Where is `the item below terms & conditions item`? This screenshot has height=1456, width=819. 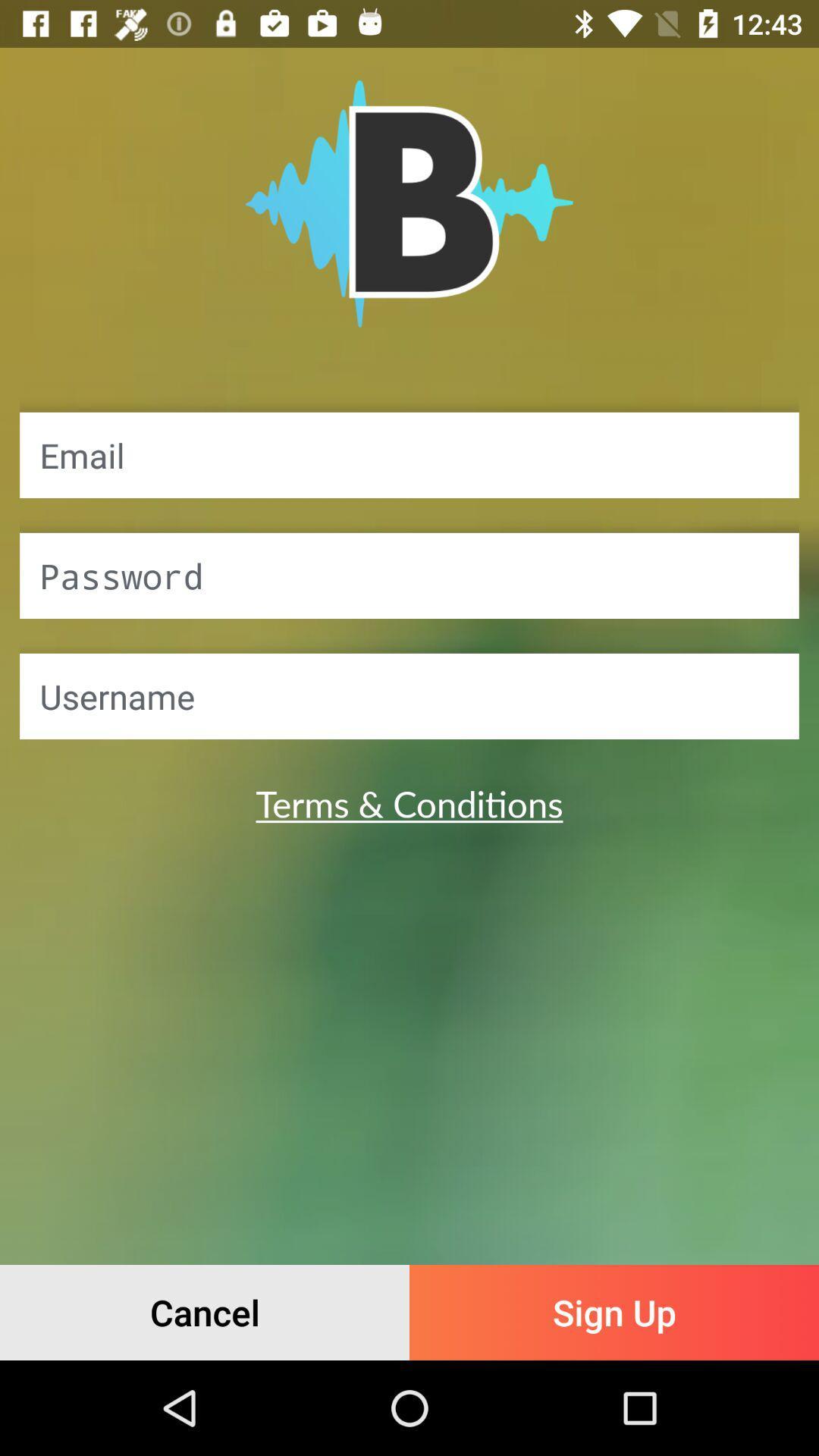 the item below terms & conditions item is located at coordinates (614, 1312).